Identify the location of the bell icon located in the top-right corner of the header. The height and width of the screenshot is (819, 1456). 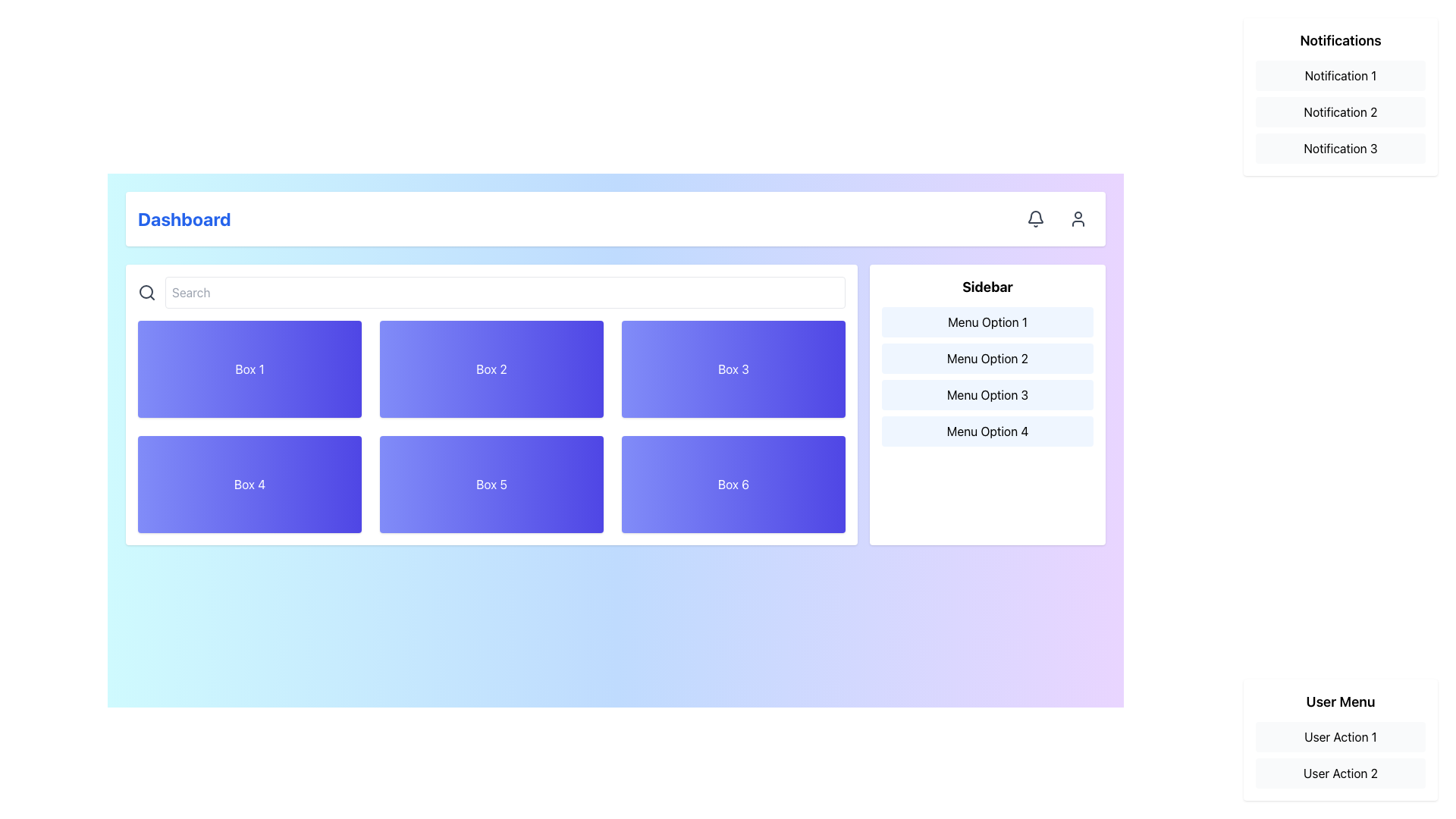
(1035, 219).